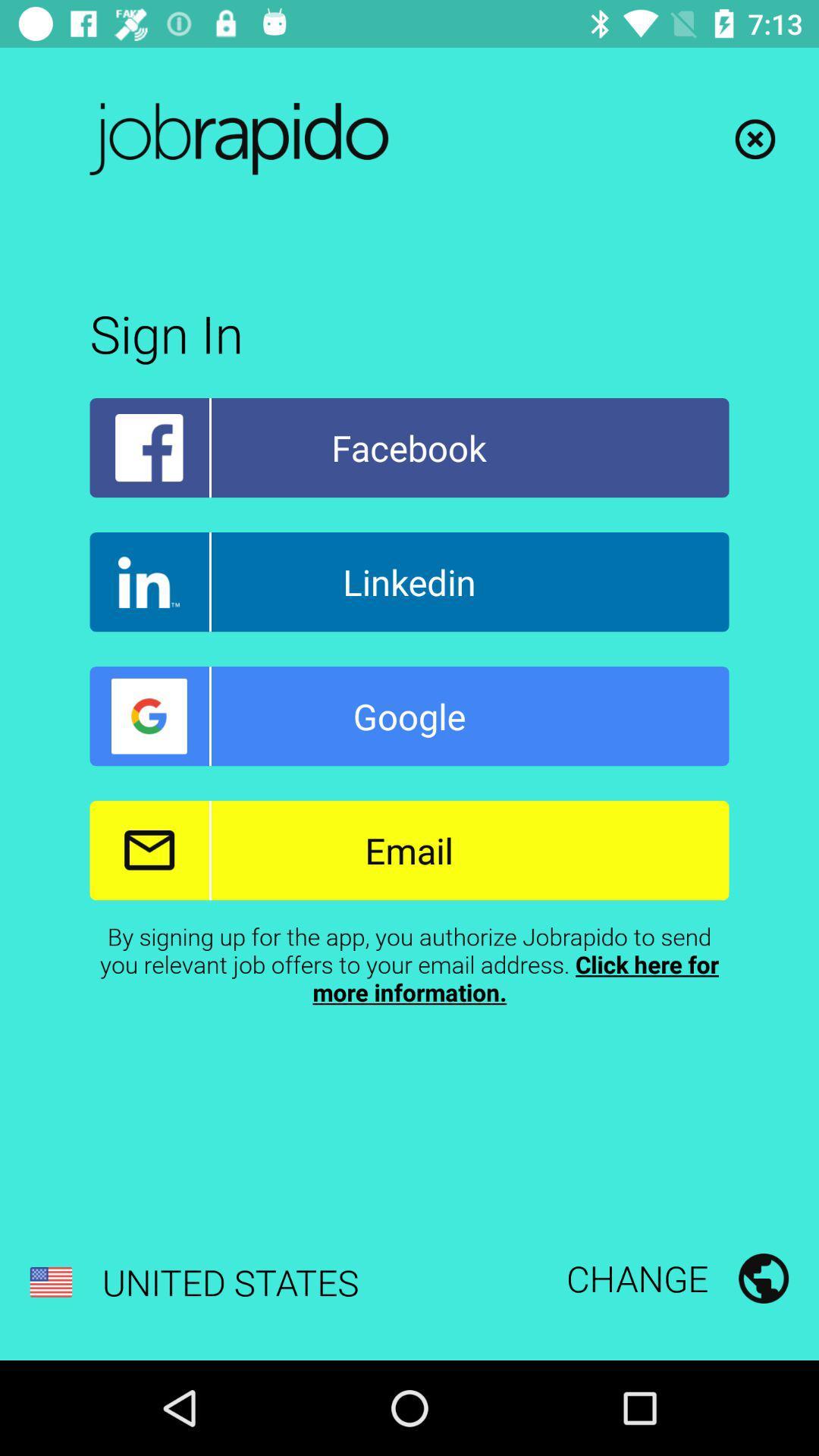 The width and height of the screenshot is (819, 1456). What do you see at coordinates (676, 1277) in the screenshot?
I see `the icon to the right of united states` at bounding box center [676, 1277].